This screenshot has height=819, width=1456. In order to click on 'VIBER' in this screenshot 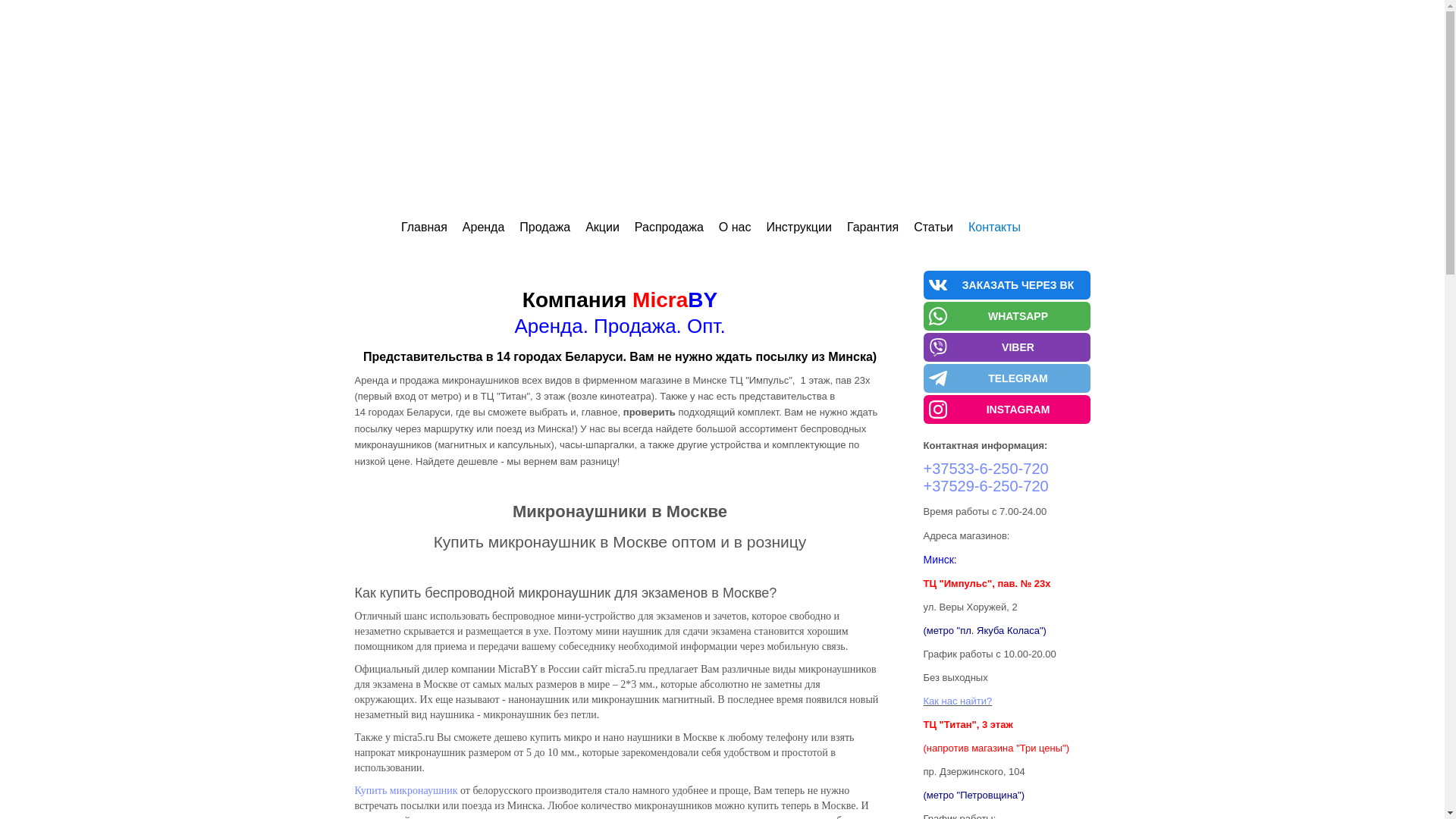, I will do `click(1007, 347)`.